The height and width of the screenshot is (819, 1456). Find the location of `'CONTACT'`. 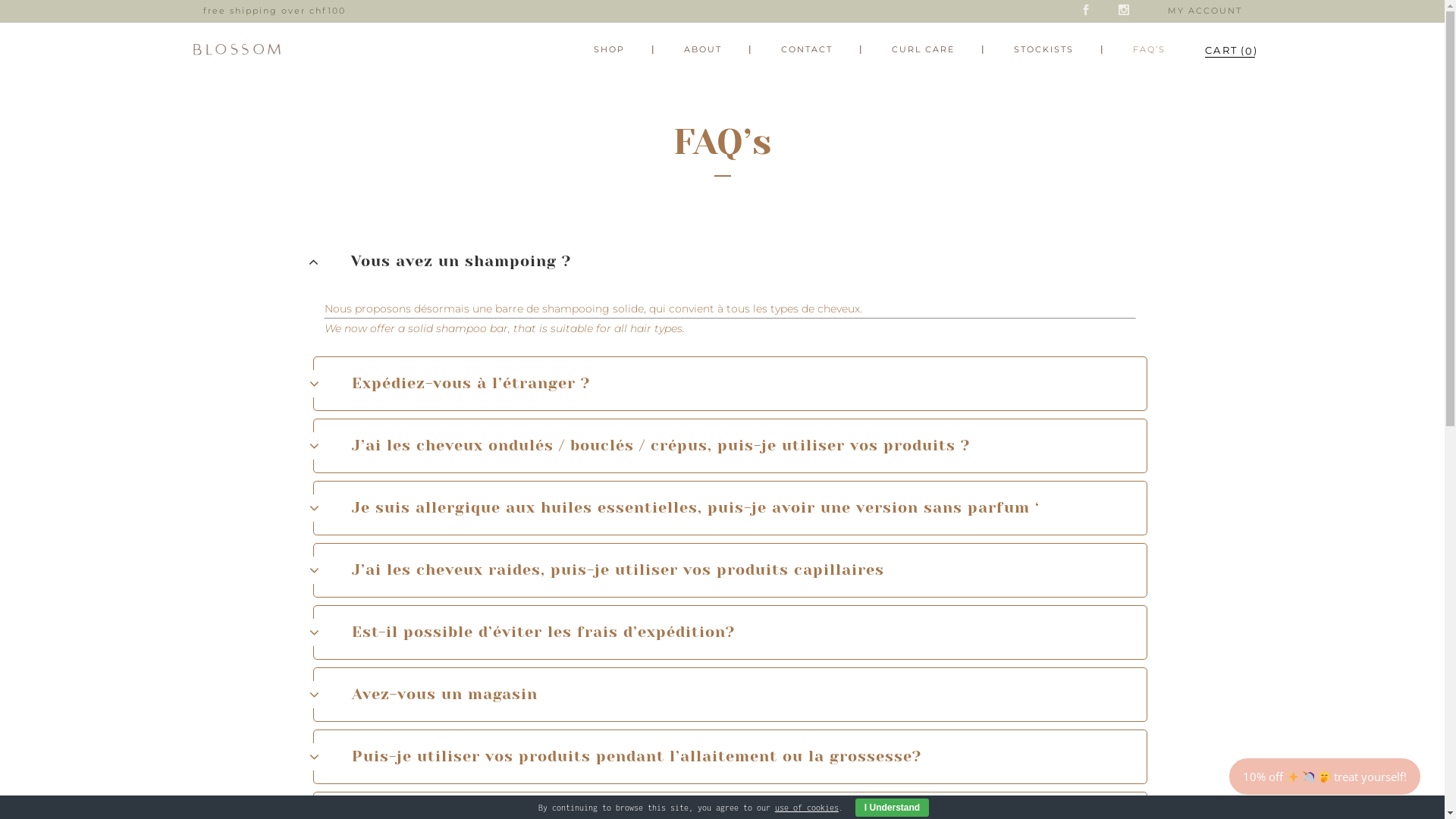

'CONTACT' is located at coordinates (805, 49).